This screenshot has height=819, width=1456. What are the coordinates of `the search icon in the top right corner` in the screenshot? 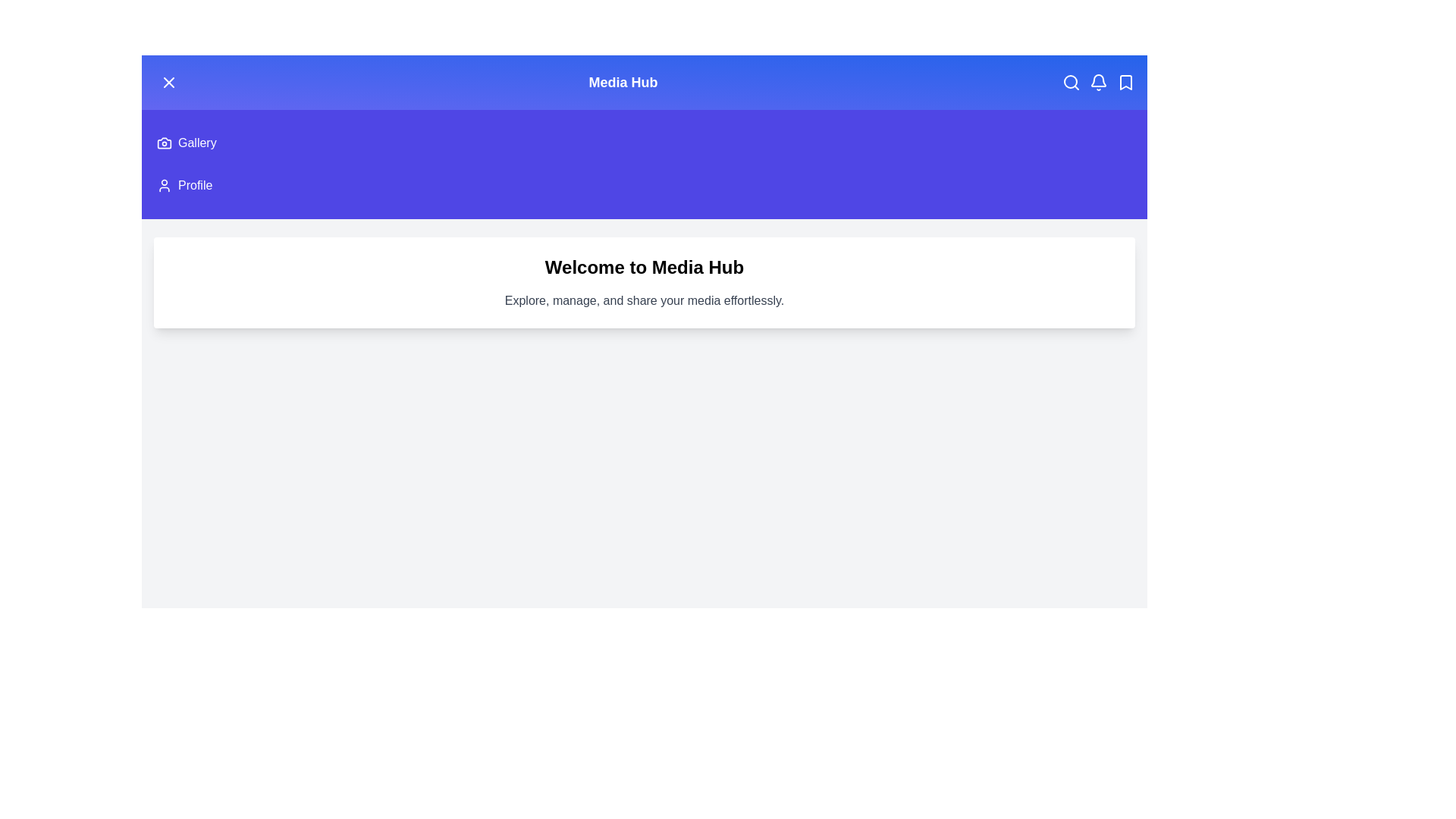 It's located at (1070, 82).